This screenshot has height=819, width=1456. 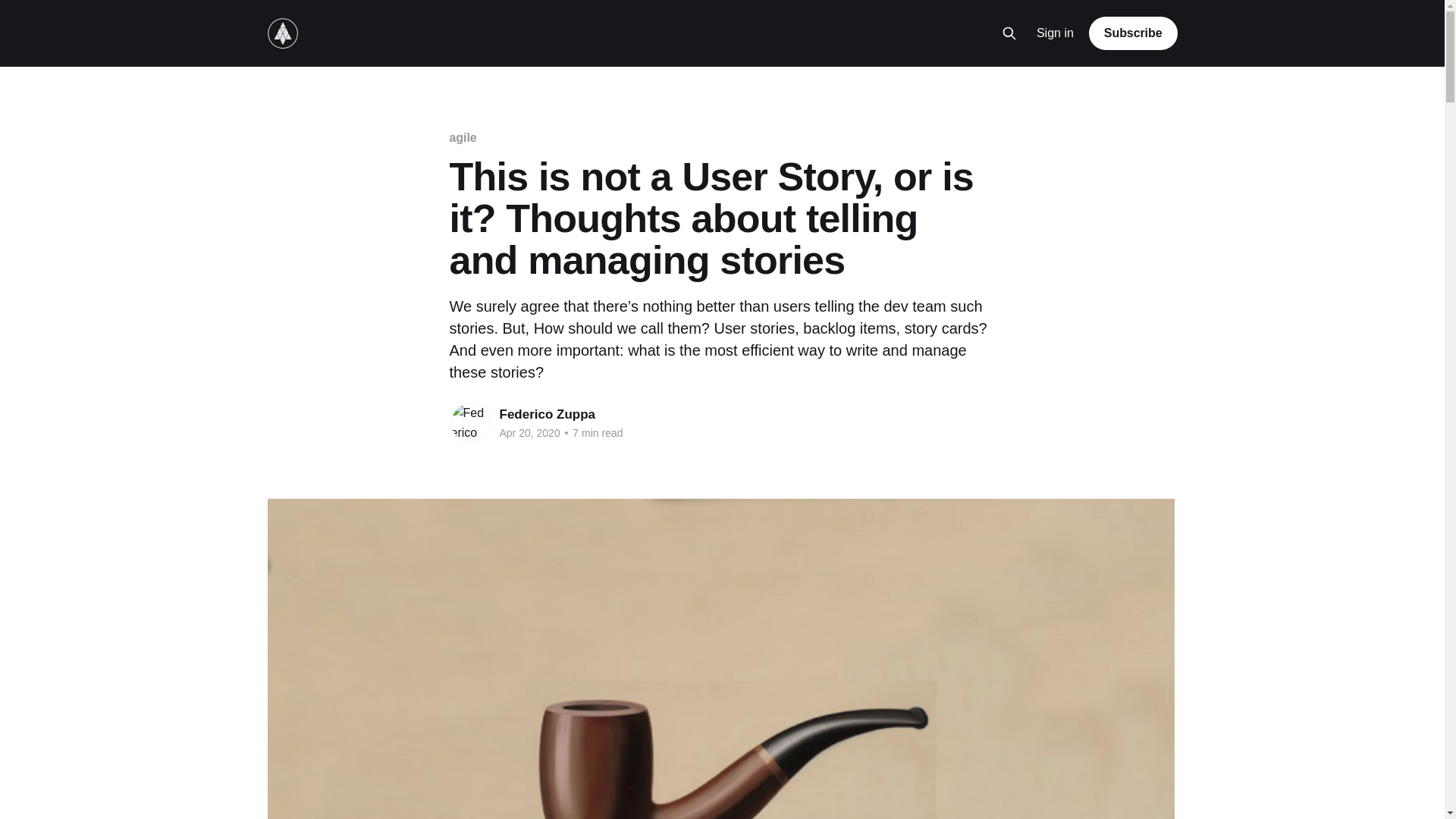 I want to click on 'Sign in', so click(x=1054, y=33).